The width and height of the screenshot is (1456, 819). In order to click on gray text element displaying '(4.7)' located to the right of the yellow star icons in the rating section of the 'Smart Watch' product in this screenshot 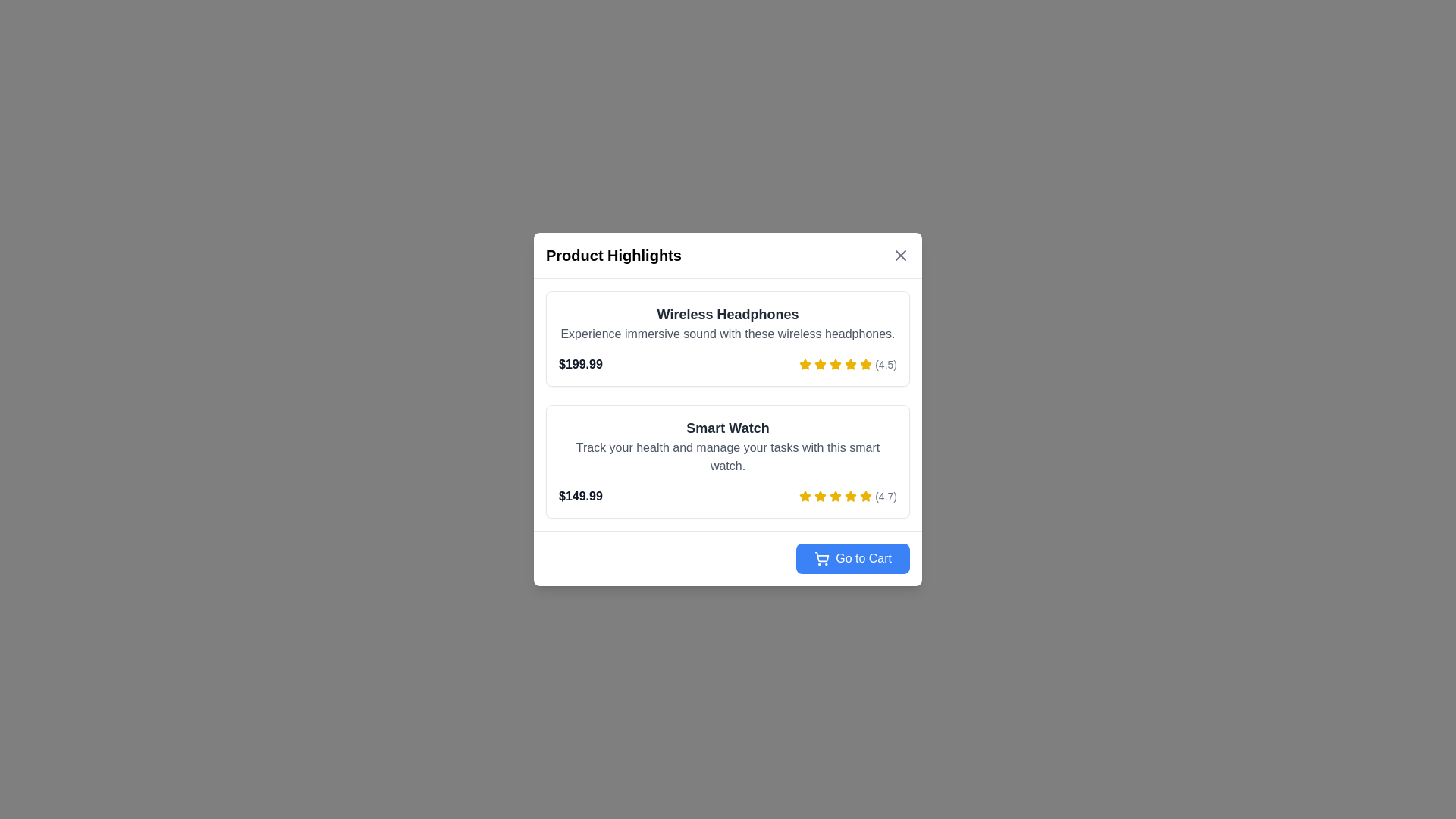, I will do `click(886, 497)`.